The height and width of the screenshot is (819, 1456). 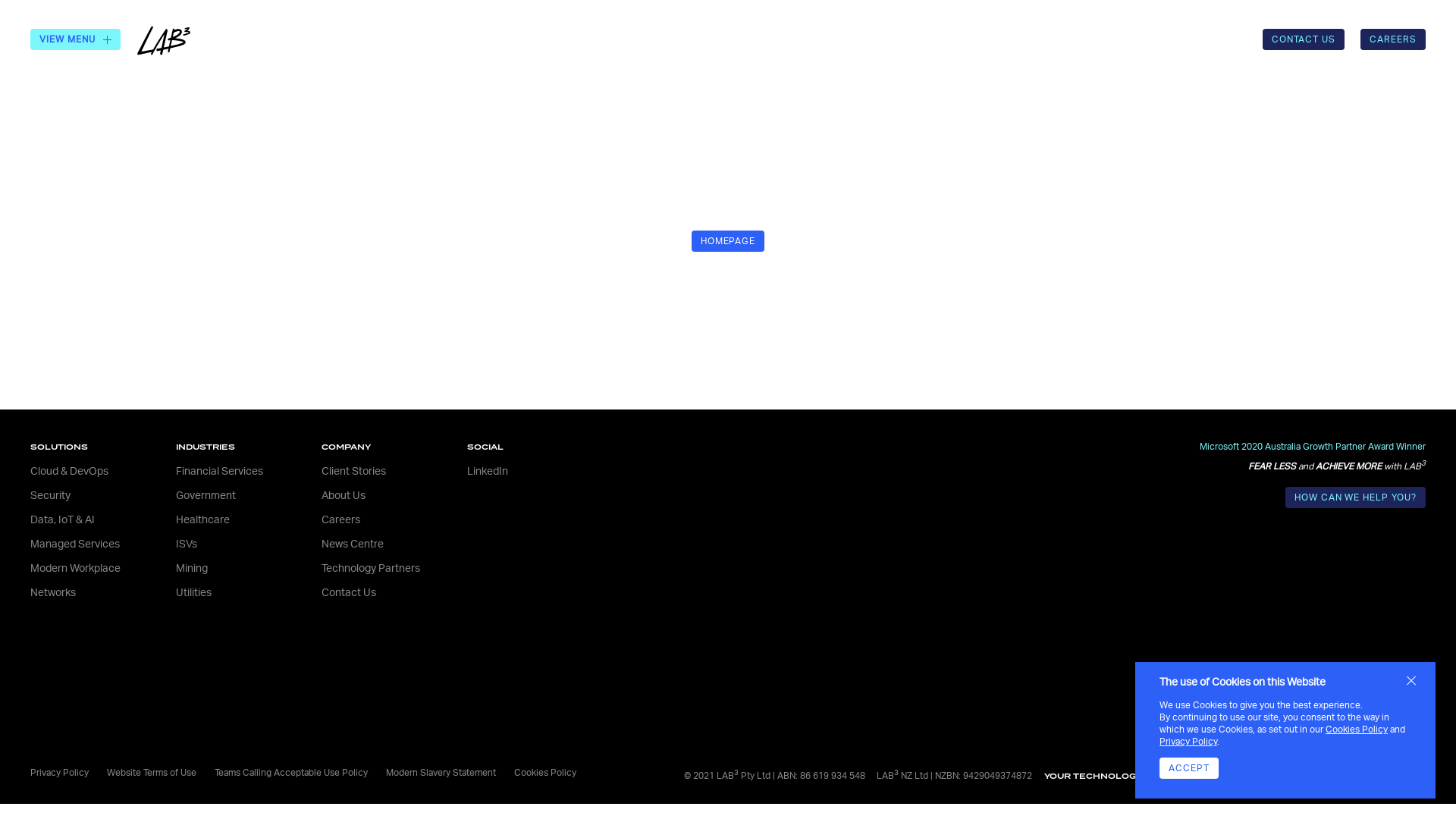 I want to click on 'HOW CAN WE HELP YOU?', so click(x=1355, y=497).